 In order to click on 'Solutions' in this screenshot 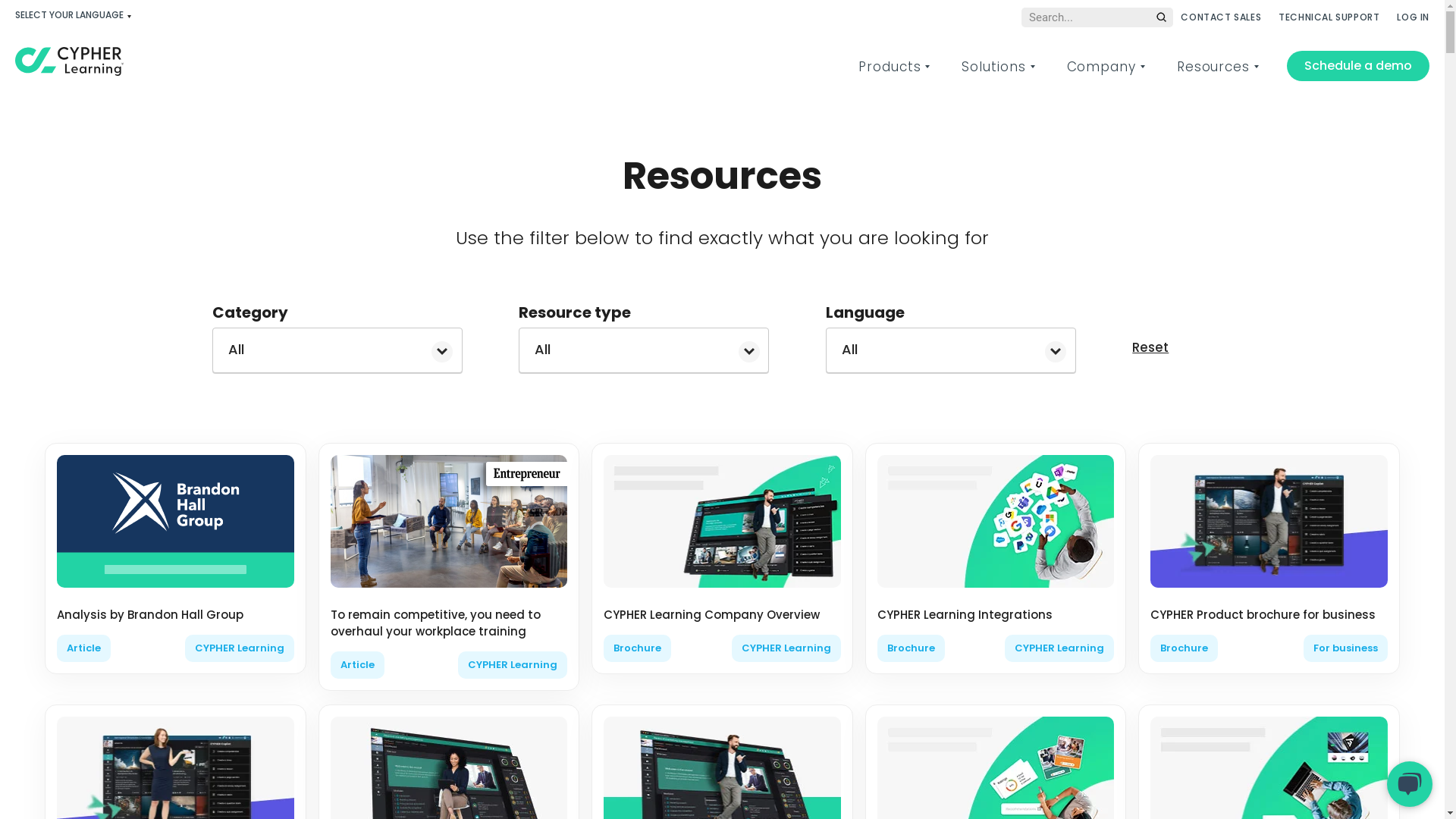, I will do `click(993, 66)`.